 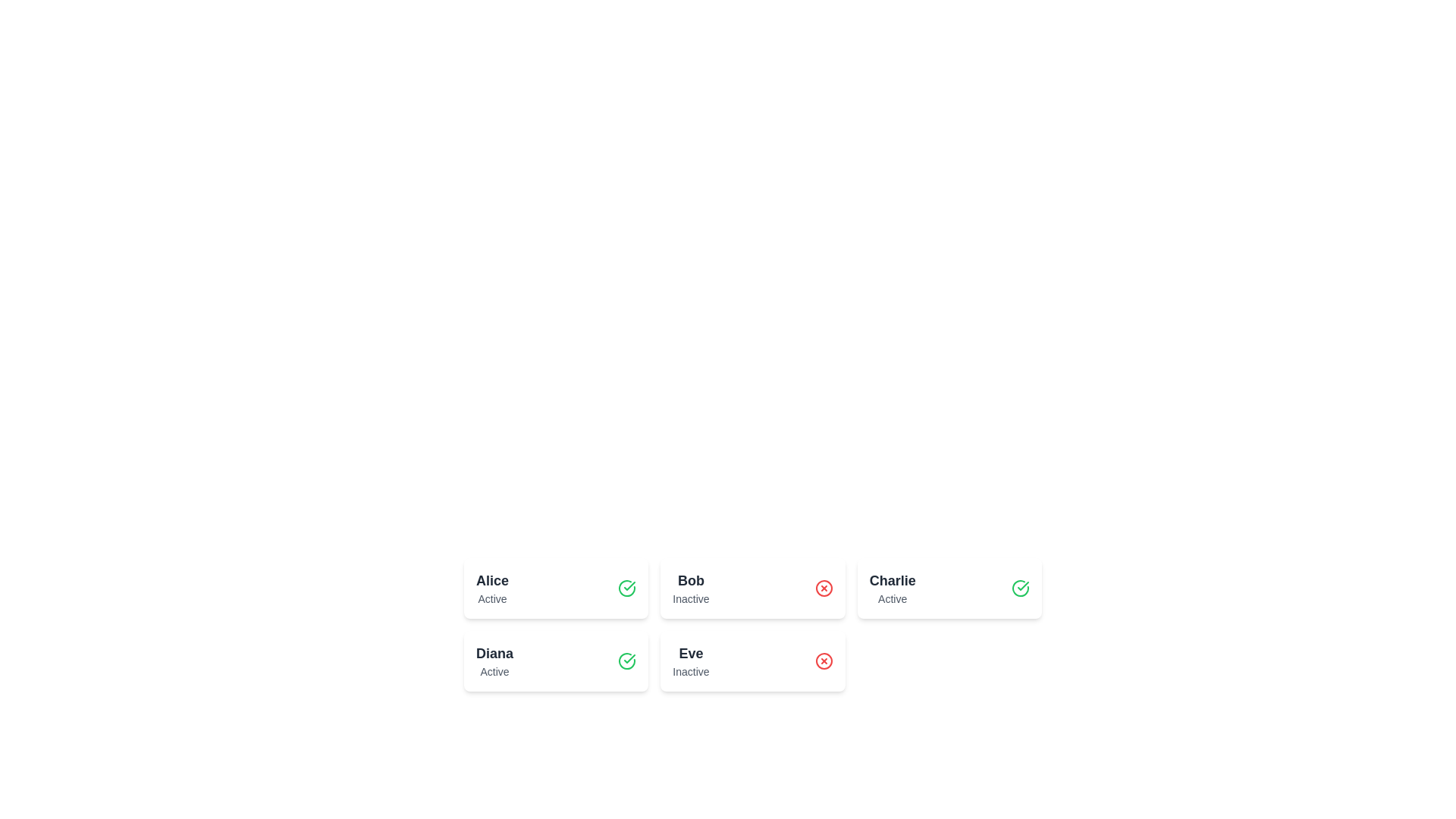 What do you see at coordinates (690, 671) in the screenshot?
I see `the status indicator text label that displays 'Inactive', located directly below the 'Eve' text in the bottom-right corner of the card layout` at bounding box center [690, 671].